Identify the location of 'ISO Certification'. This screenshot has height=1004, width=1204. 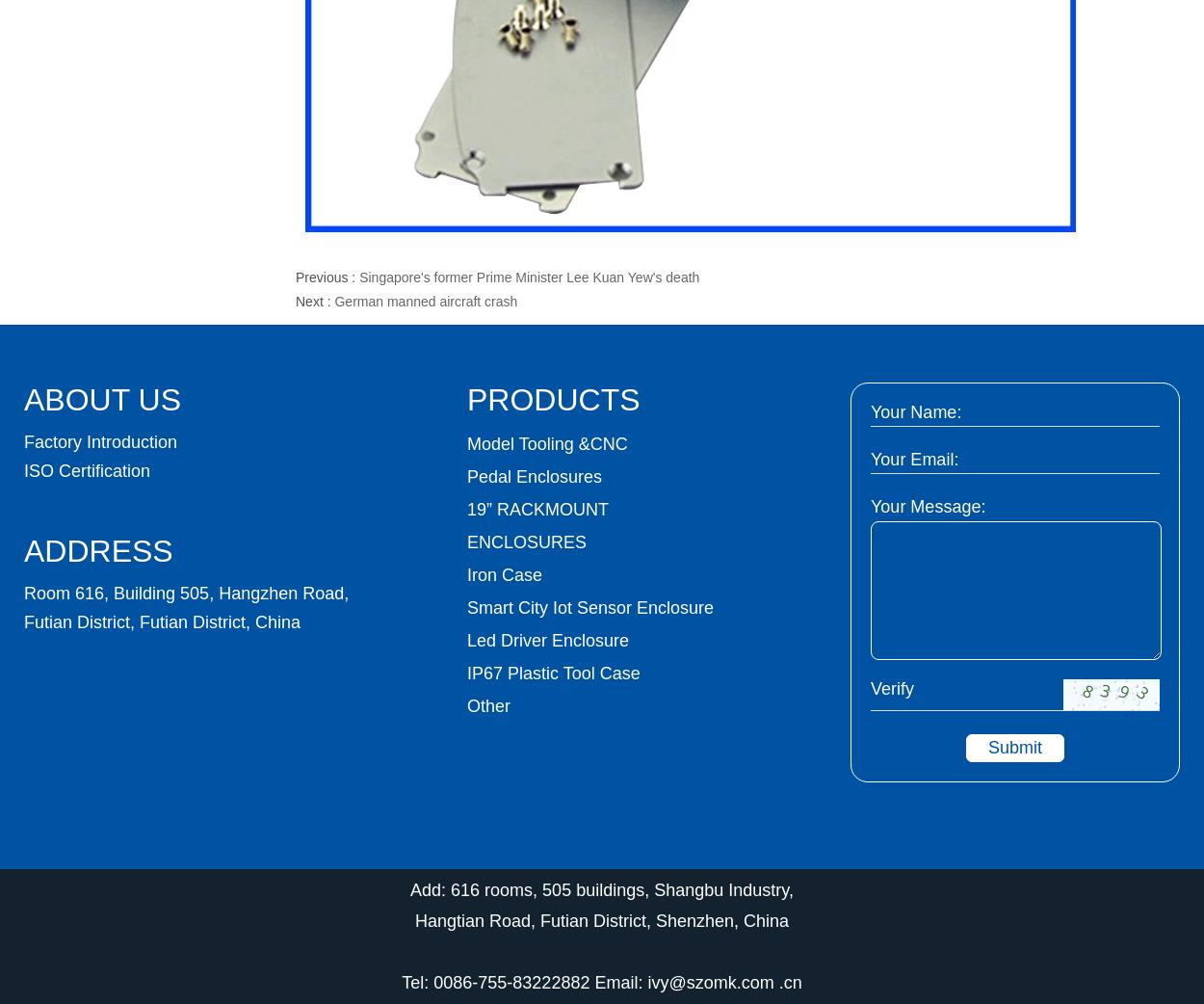
(24, 471).